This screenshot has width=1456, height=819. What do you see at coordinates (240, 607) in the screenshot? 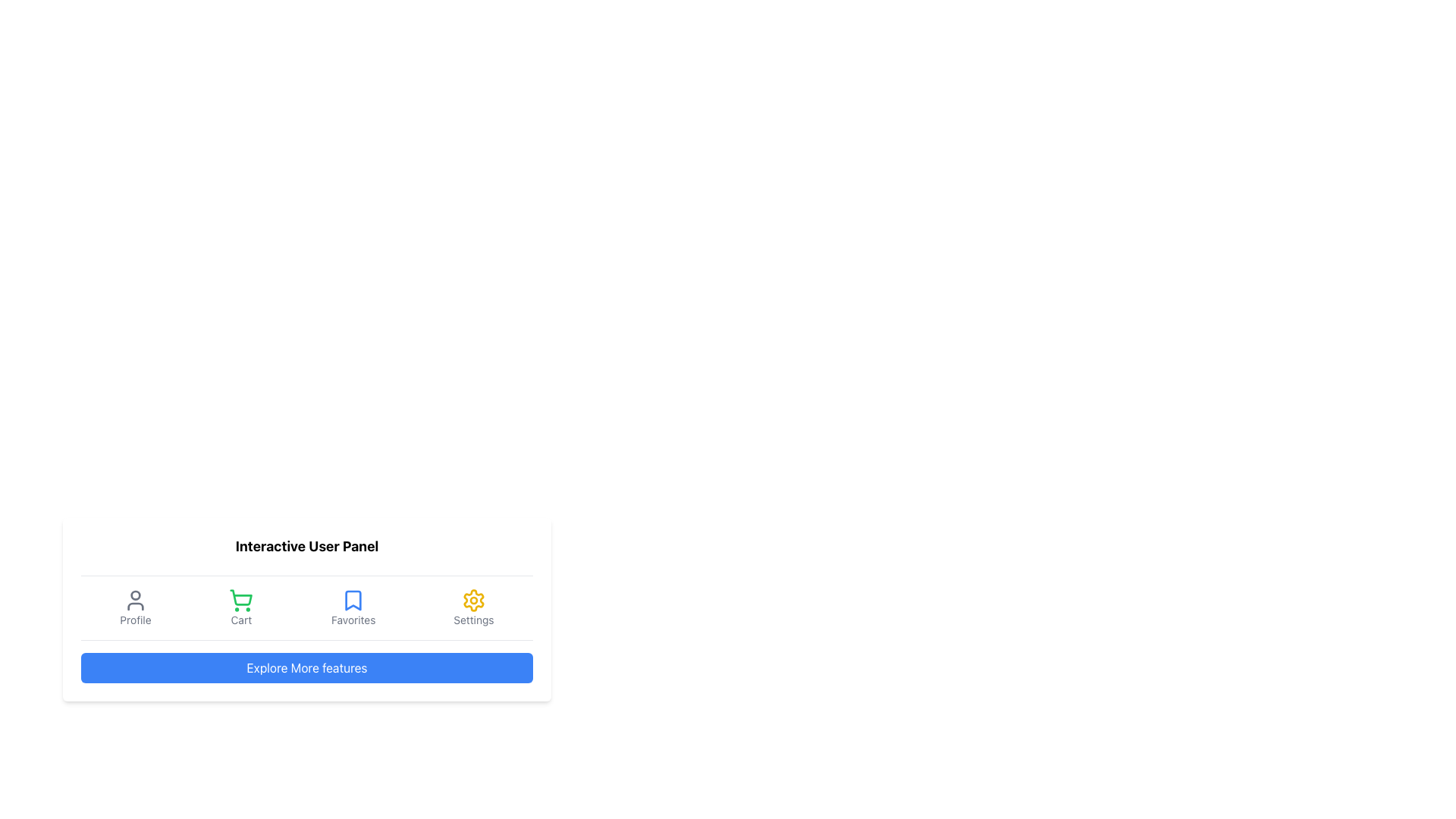
I see `the 'Cart' button, which features a vibrant green shopping cart icon and muted gray text underneath, located as the second item in a horizontal row at the bottom of the main content area` at bounding box center [240, 607].